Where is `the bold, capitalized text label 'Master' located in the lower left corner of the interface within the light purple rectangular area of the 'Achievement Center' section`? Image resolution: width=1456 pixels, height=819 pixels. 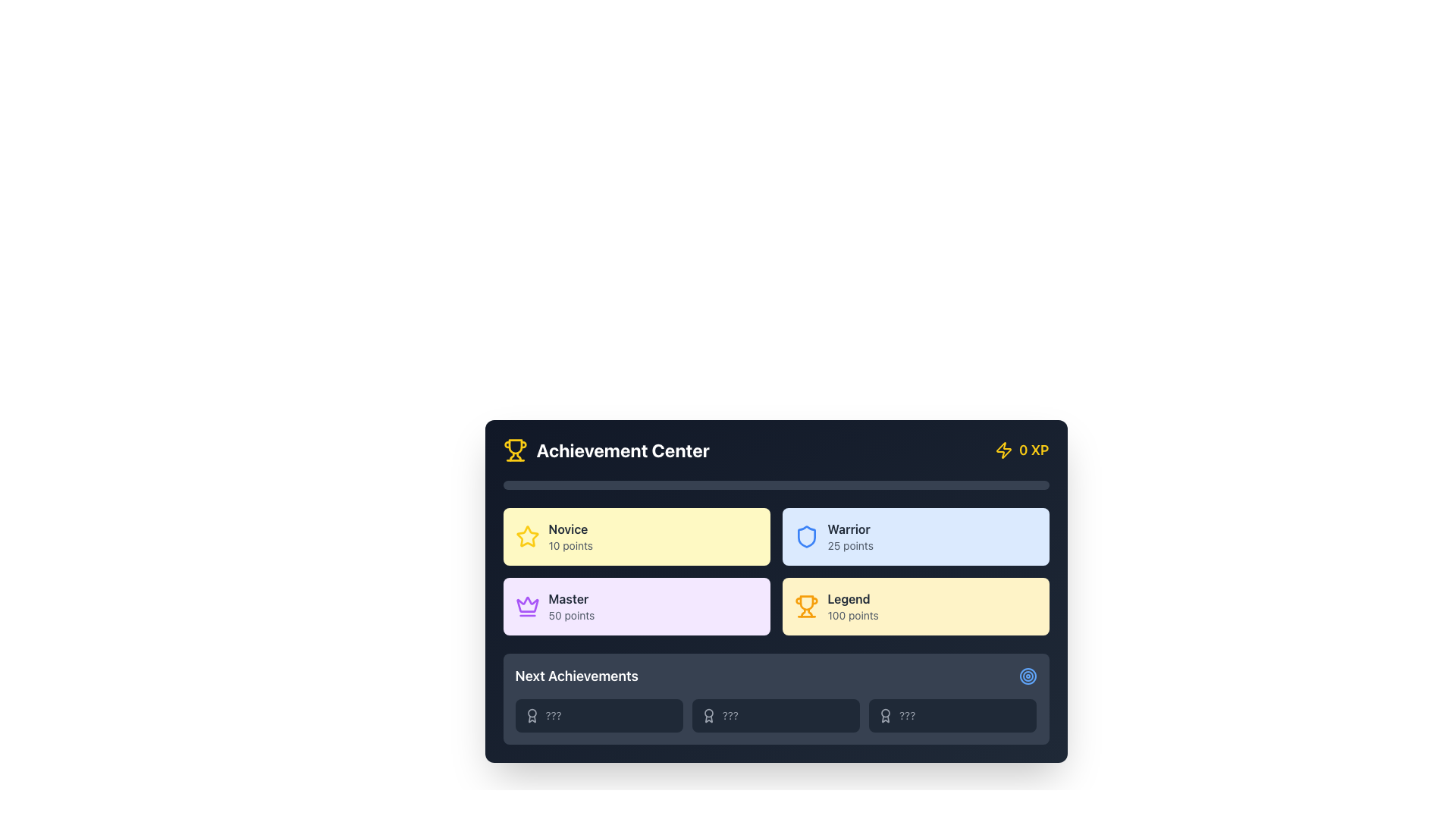
the bold, capitalized text label 'Master' located in the lower left corner of the interface within the light purple rectangular area of the 'Achievement Center' section is located at coordinates (570, 598).